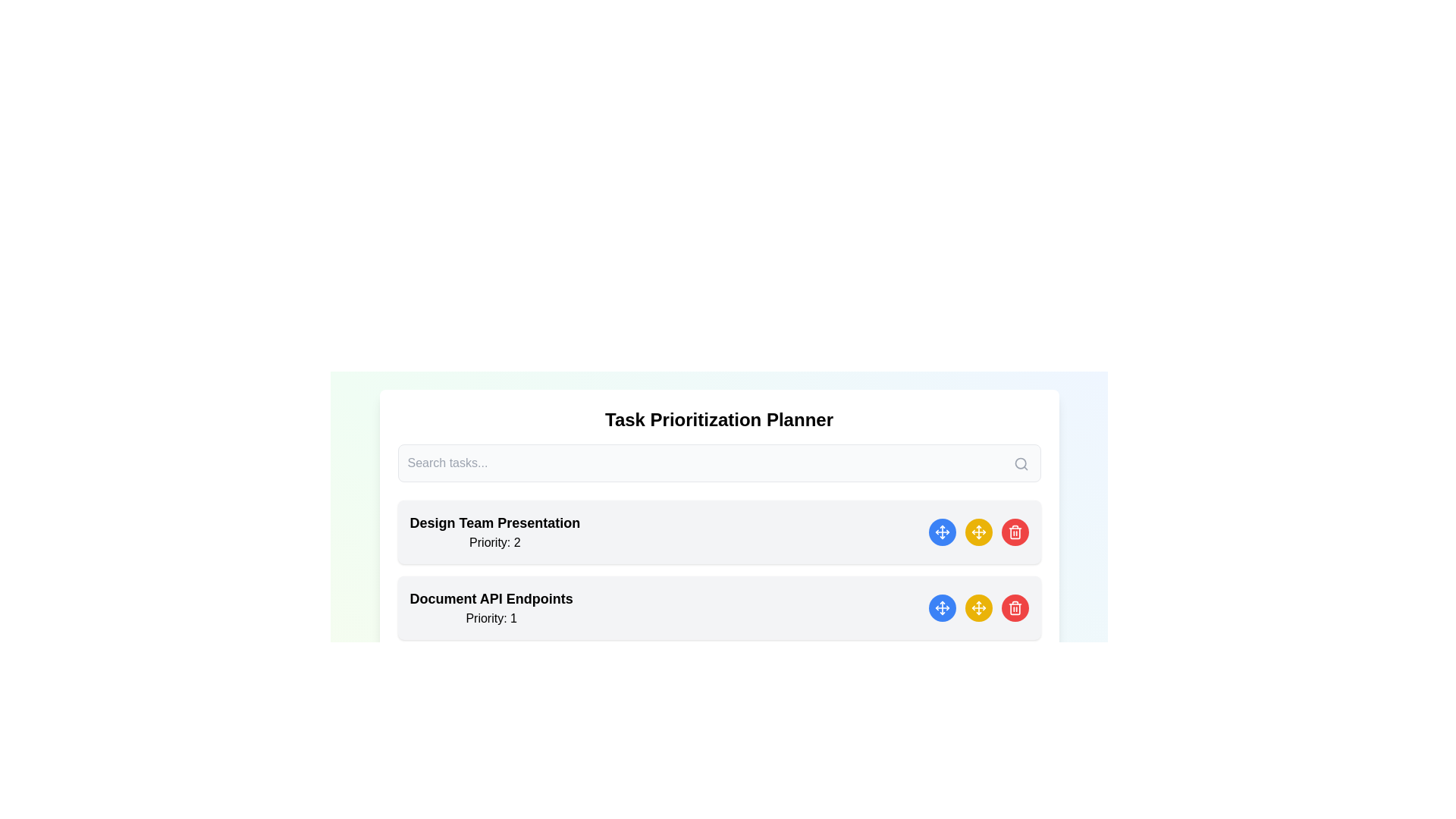 The width and height of the screenshot is (1456, 819). I want to click on the Label group displaying the task titled 'Design Team Presentation' with priority '2', which is positioned at the top of the task list, so click(494, 532).